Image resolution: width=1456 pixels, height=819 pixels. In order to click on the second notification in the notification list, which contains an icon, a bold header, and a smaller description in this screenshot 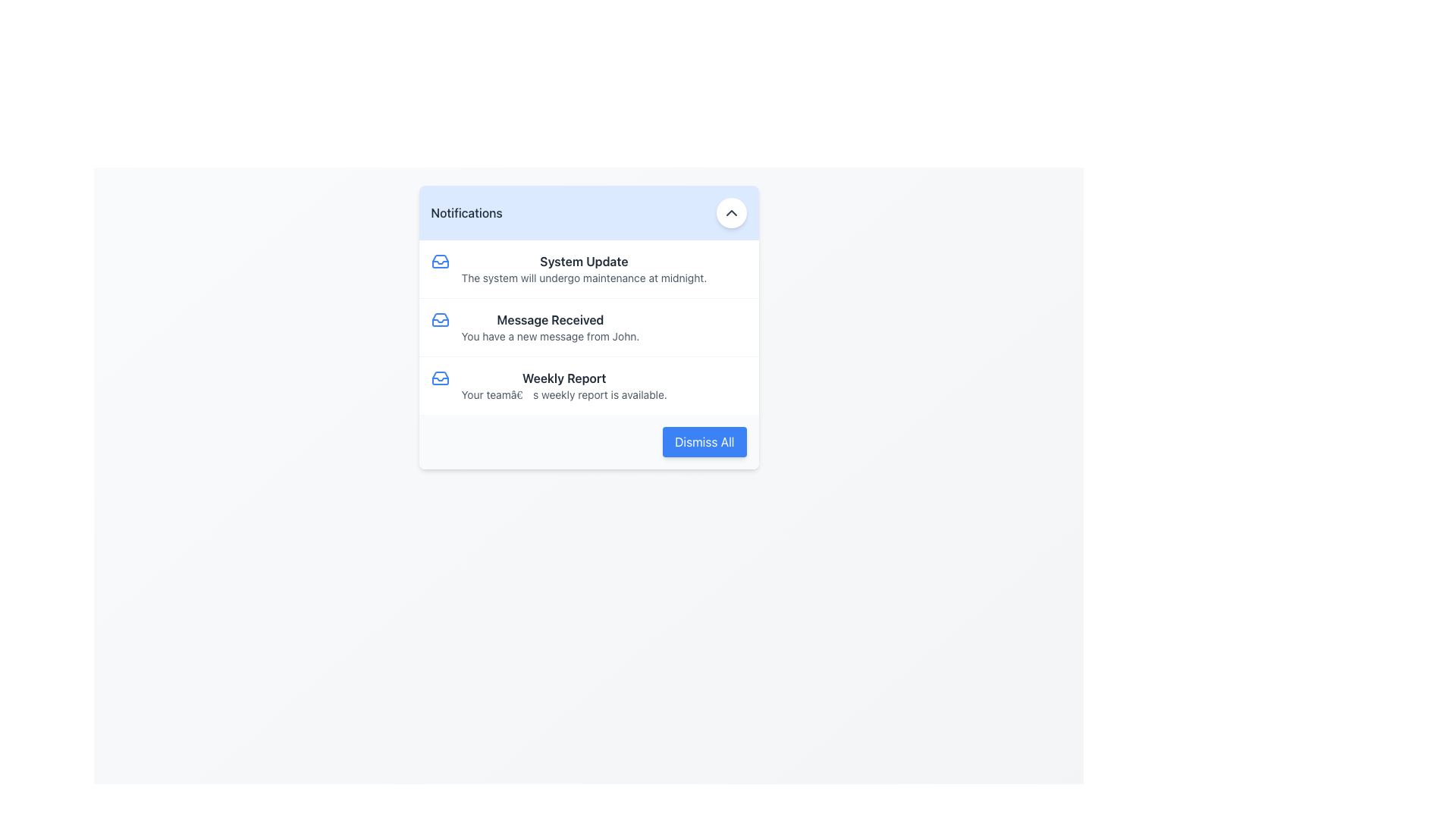, I will do `click(588, 327)`.